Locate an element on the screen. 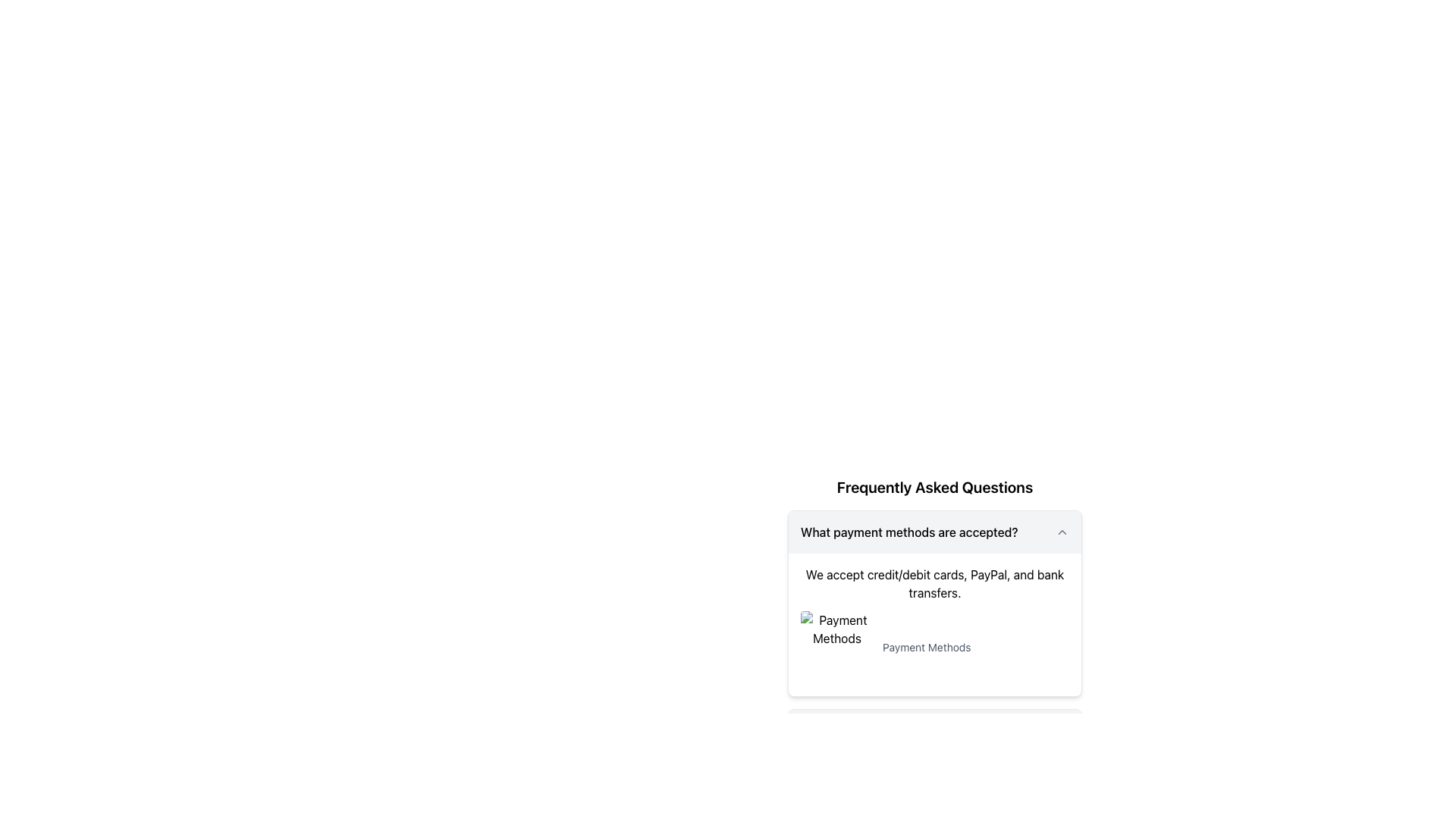  the 'Payment Methods' static text label, which is centrally aligned and located below the main description text is located at coordinates (934, 647).